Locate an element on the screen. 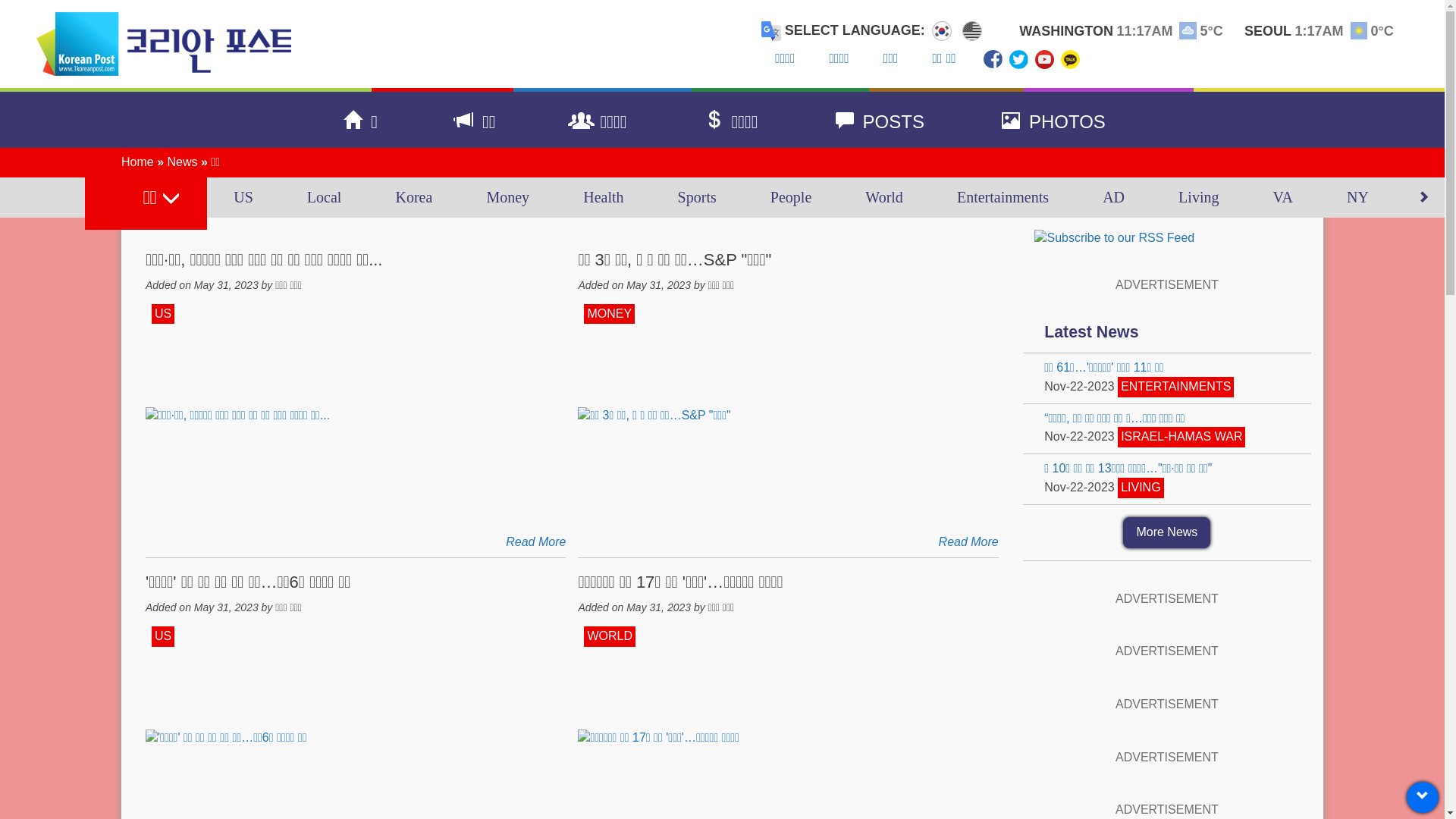 The width and height of the screenshot is (1456, 819). 'Select Language Korean' is located at coordinates (941, 31).